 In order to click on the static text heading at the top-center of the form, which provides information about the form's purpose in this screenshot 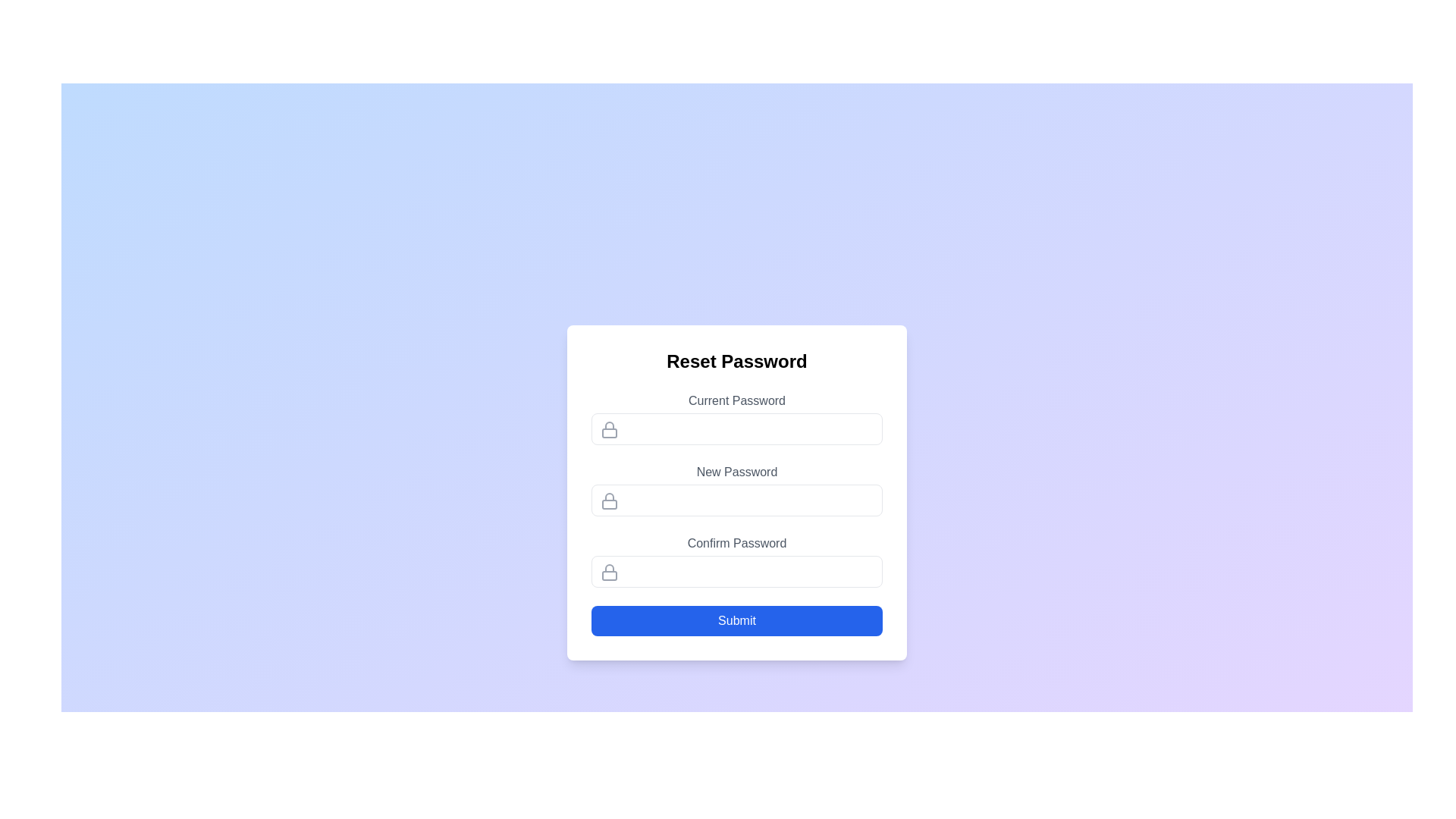, I will do `click(736, 362)`.